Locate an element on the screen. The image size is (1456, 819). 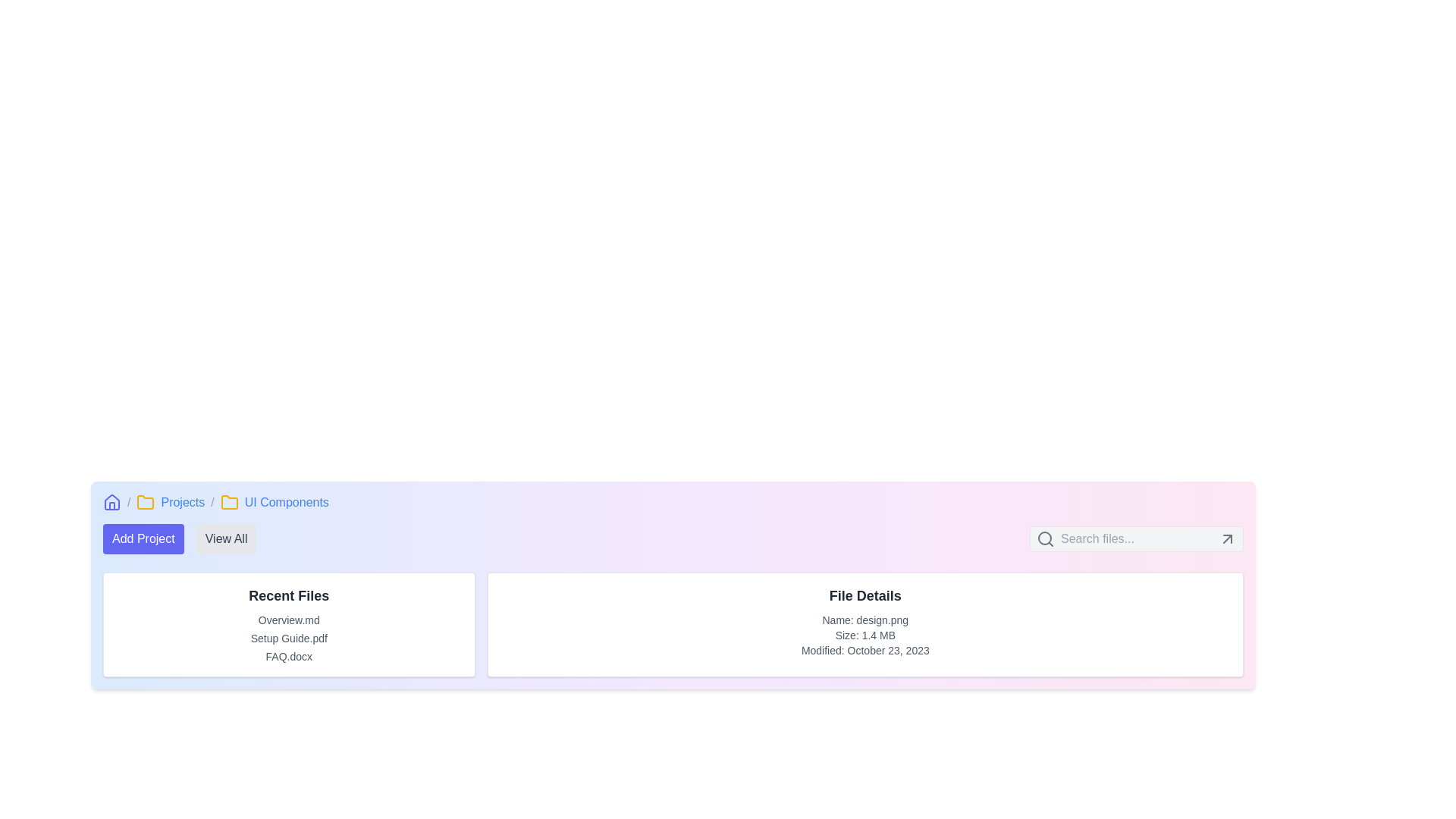
the '/' character text label in the breadcrumb navigation, styled in muted gray, located between 'Projects' and 'UI Components' is located at coordinates (212, 503).